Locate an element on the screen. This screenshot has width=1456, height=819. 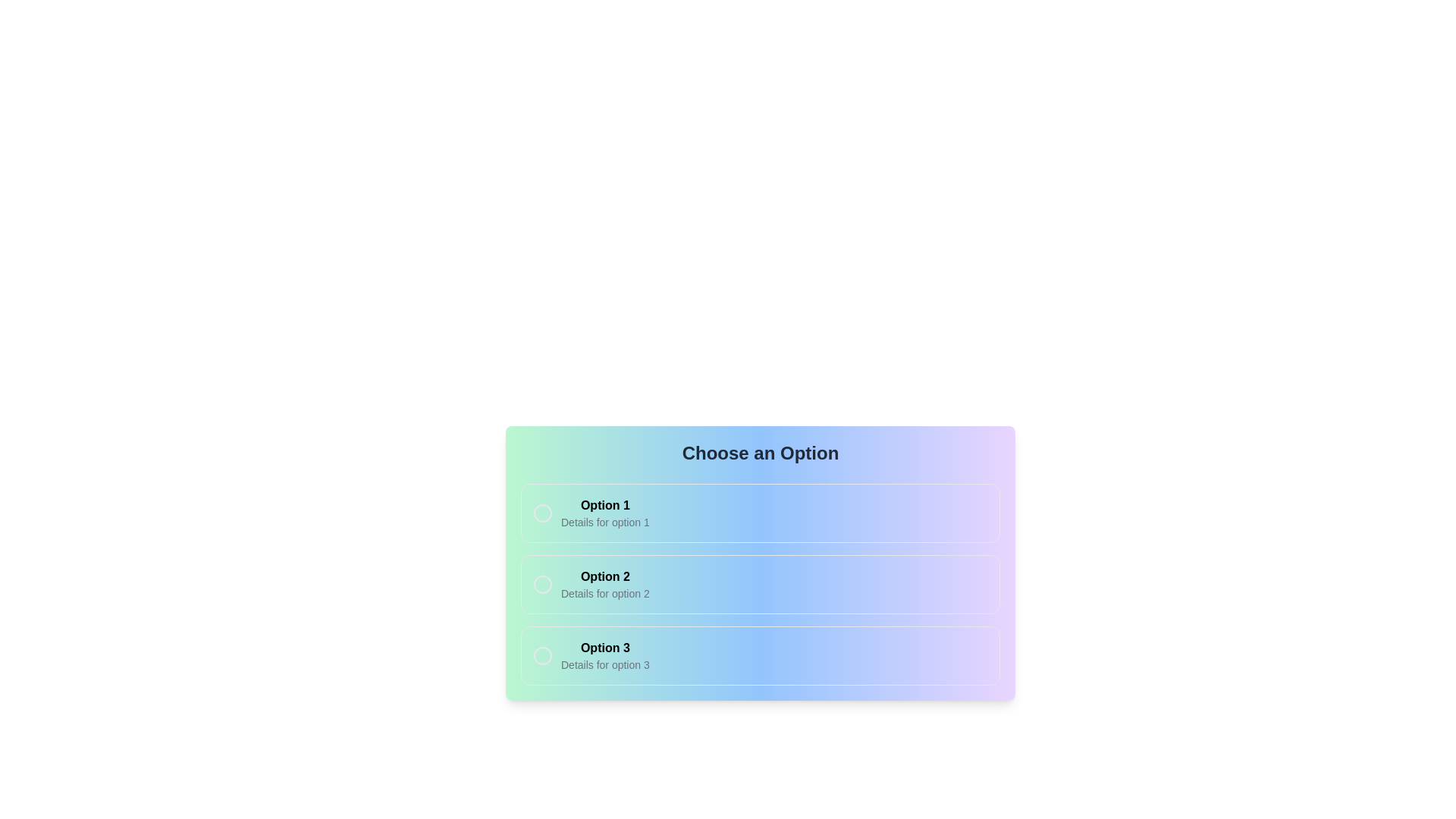
the second selectable option labeled 'Option 2' in the horizontally aligned list with a gradient background is located at coordinates (761, 595).